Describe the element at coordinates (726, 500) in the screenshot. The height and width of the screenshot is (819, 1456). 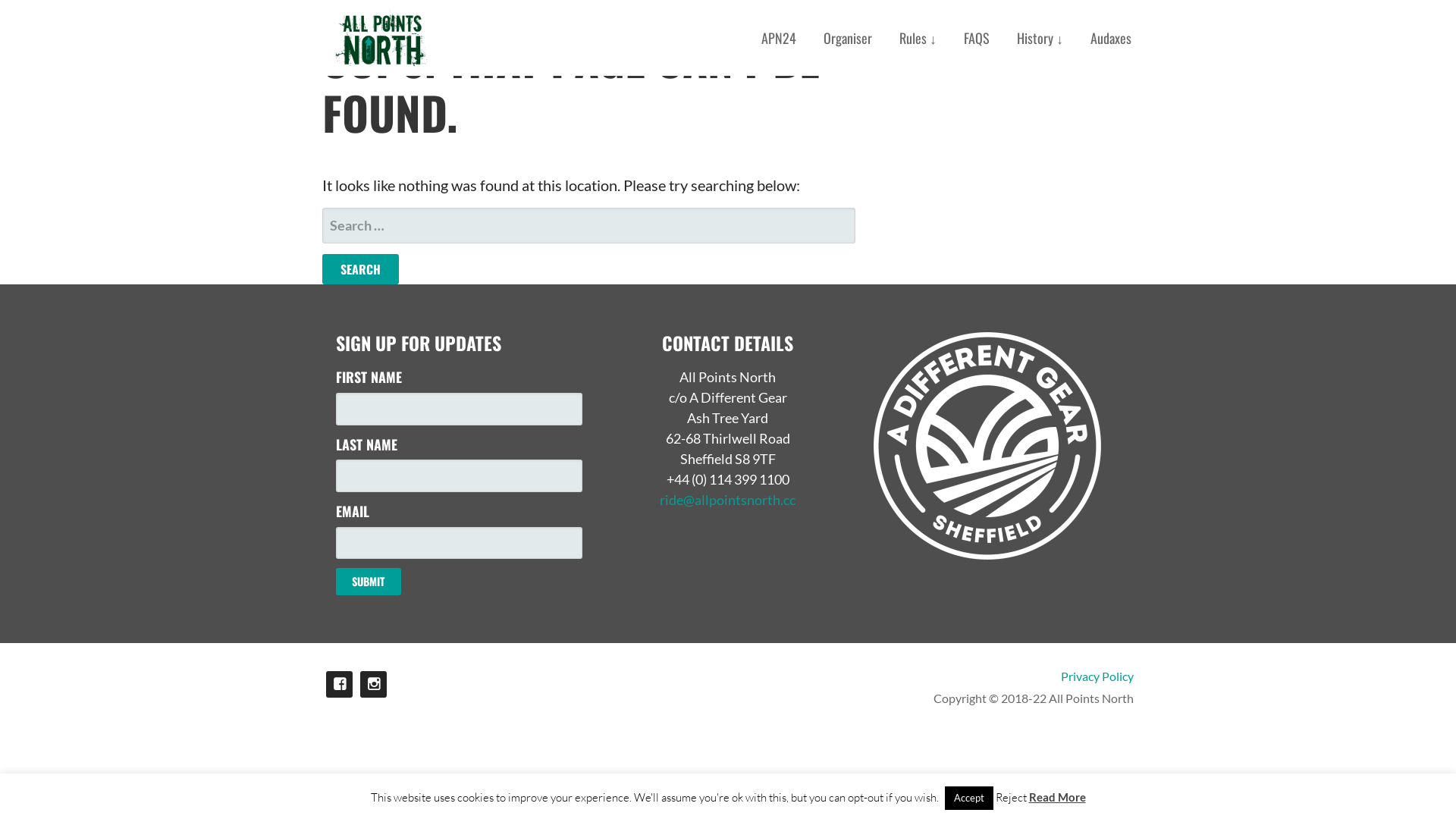
I see `'ride@allpointsnorth.cc'` at that location.